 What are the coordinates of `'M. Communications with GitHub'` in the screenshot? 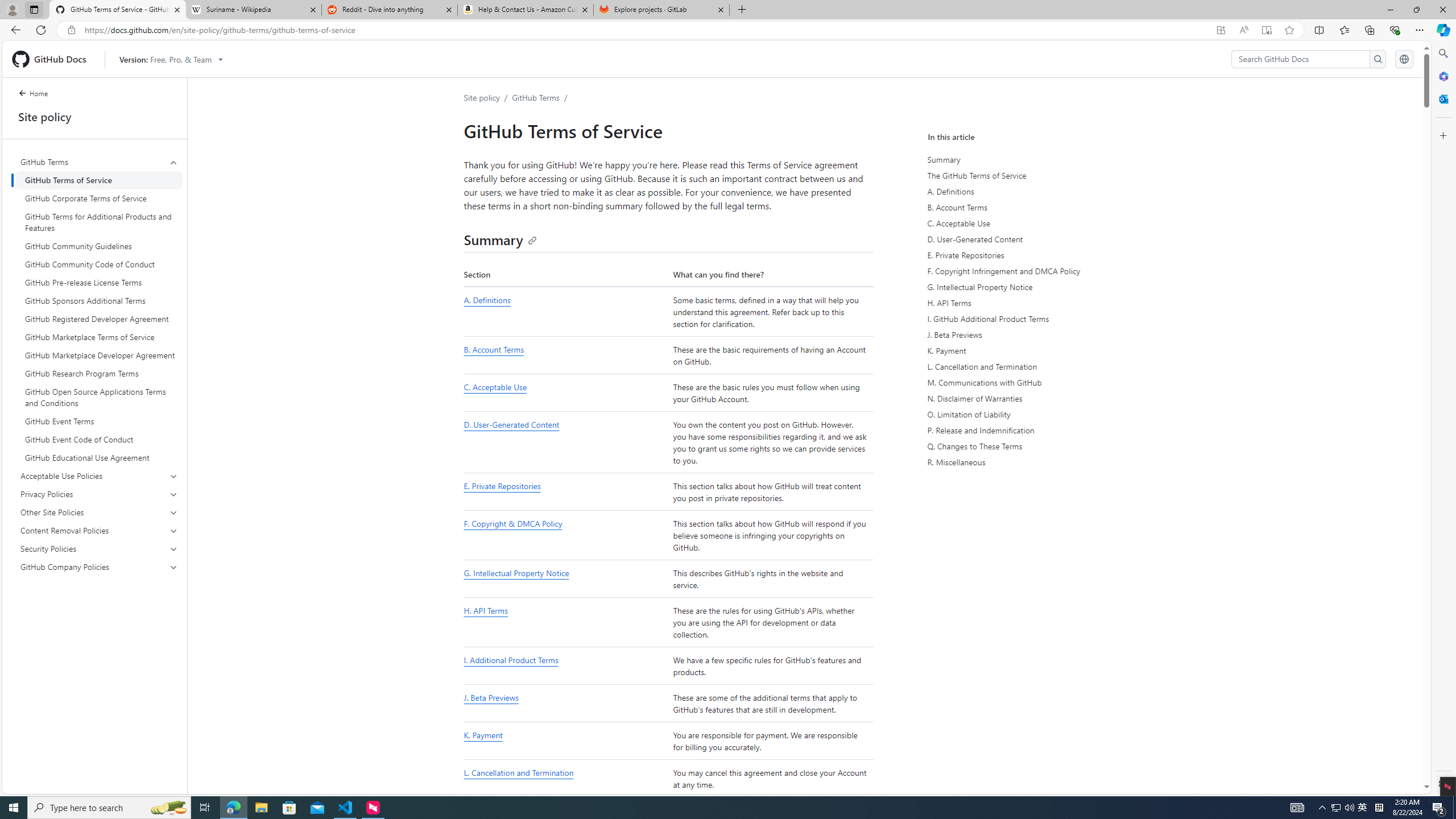 It's located at (1032, 383).